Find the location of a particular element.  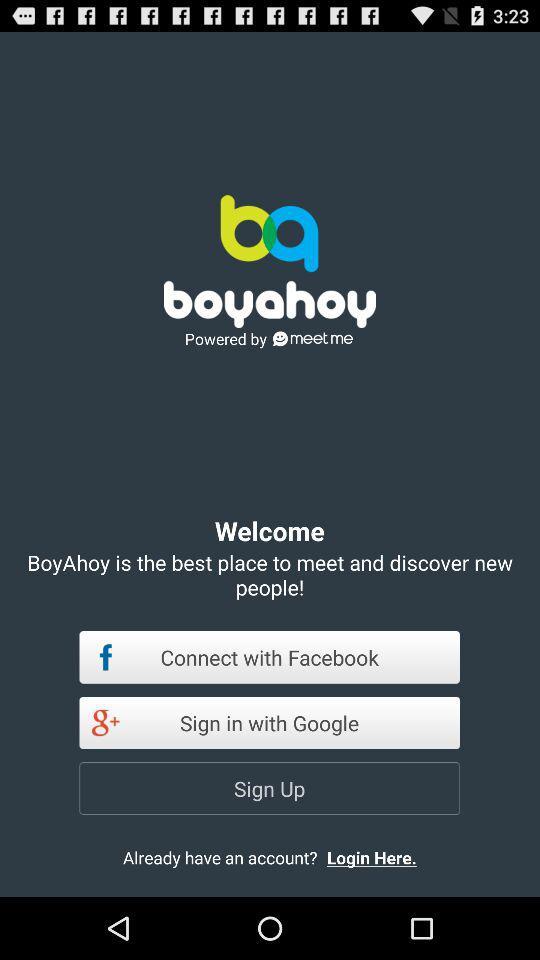

the app at the bottom right corner is located at coordinates (388, 856).